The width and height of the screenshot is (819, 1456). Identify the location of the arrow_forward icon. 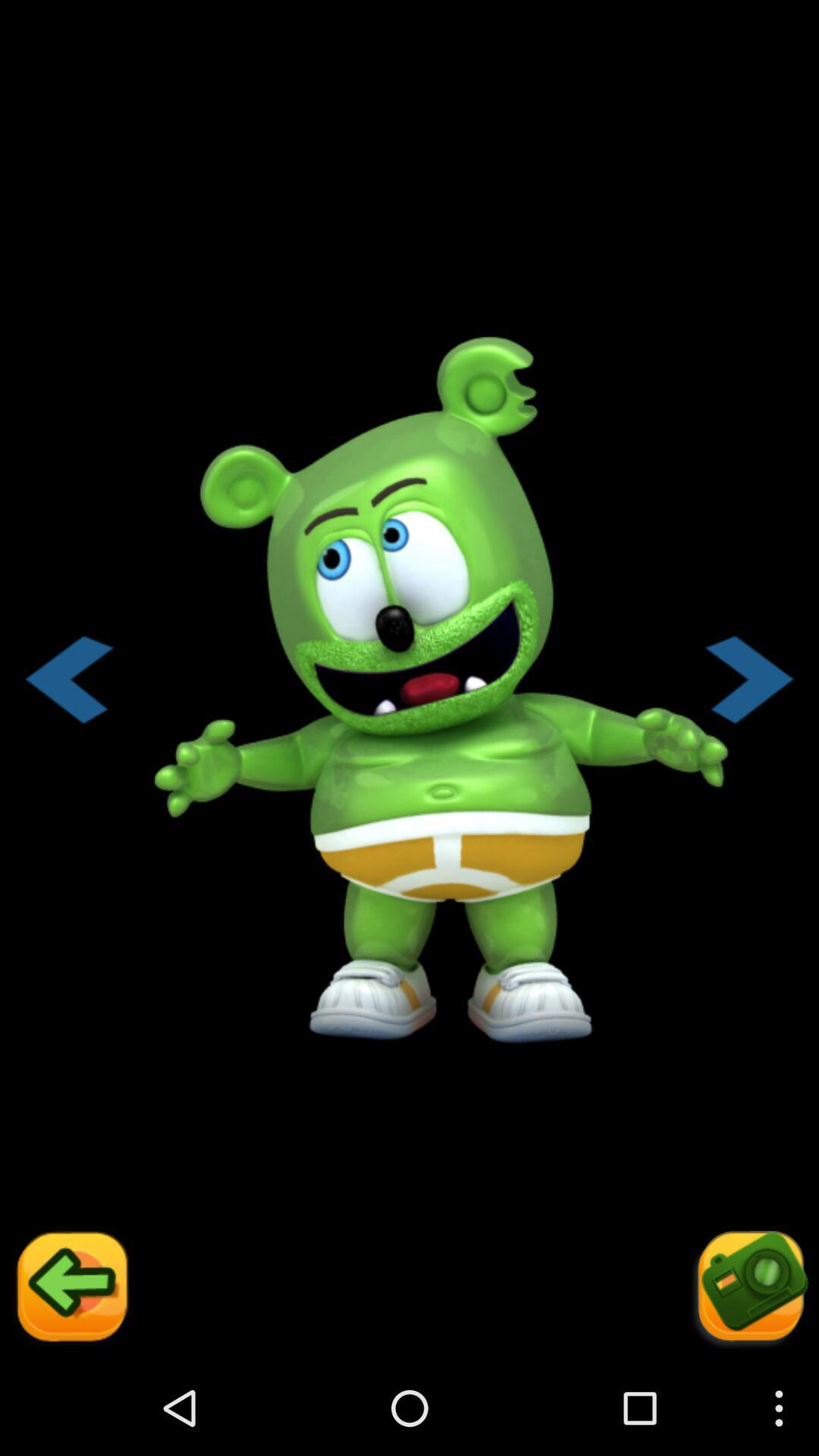
(749, 728).